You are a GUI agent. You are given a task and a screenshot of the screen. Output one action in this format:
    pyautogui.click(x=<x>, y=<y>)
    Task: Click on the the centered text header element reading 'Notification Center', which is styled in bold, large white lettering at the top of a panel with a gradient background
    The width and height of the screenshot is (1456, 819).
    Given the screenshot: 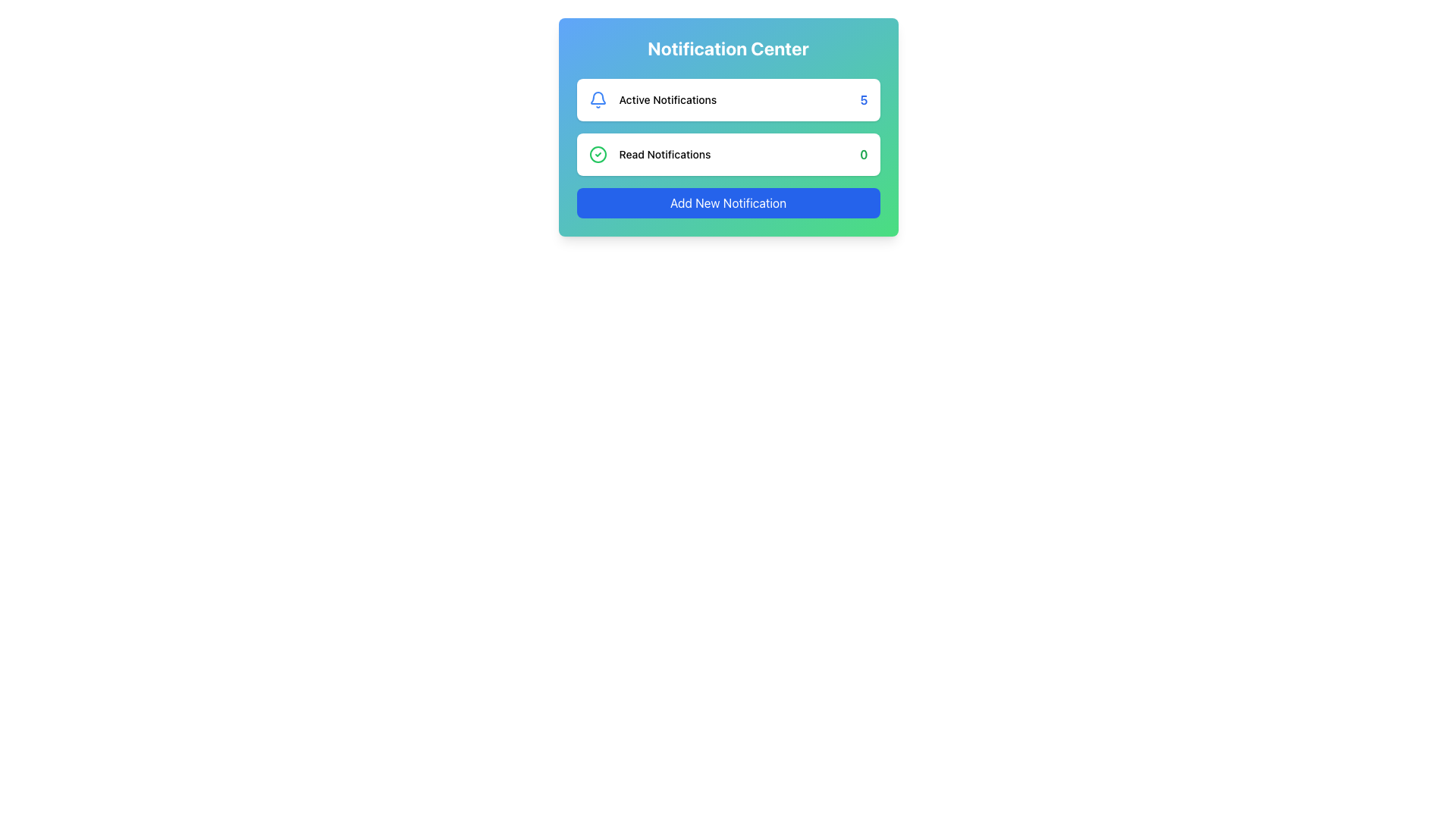 What is the action you would take?
    pyautogui.click(x=728, y=48)
    